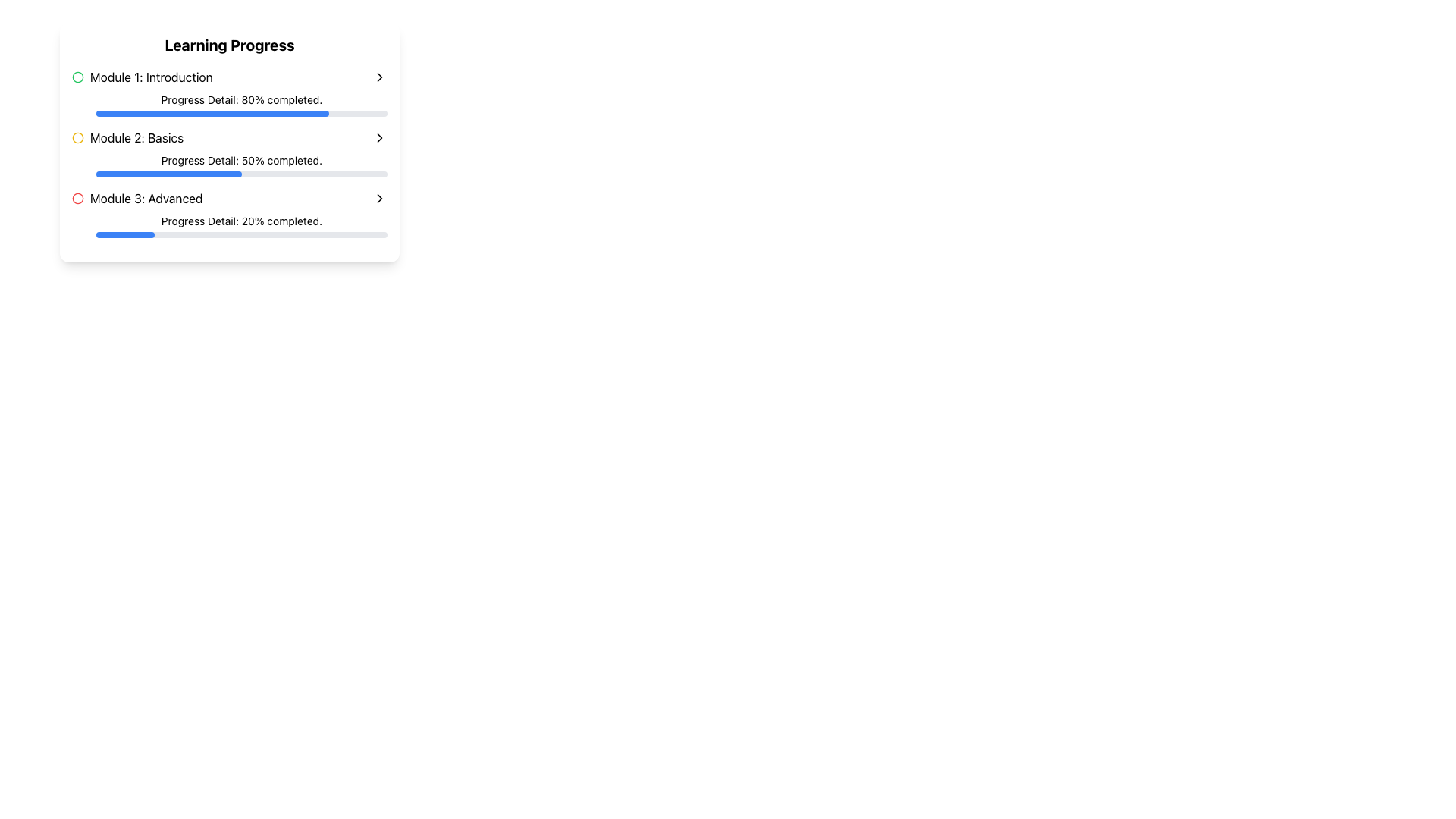 The image size is (1456, 819). Describe the element at coordinates (228, 152) in the screenshot. I see `the Progress tracker for 'Module 2: Basics'` at that location.